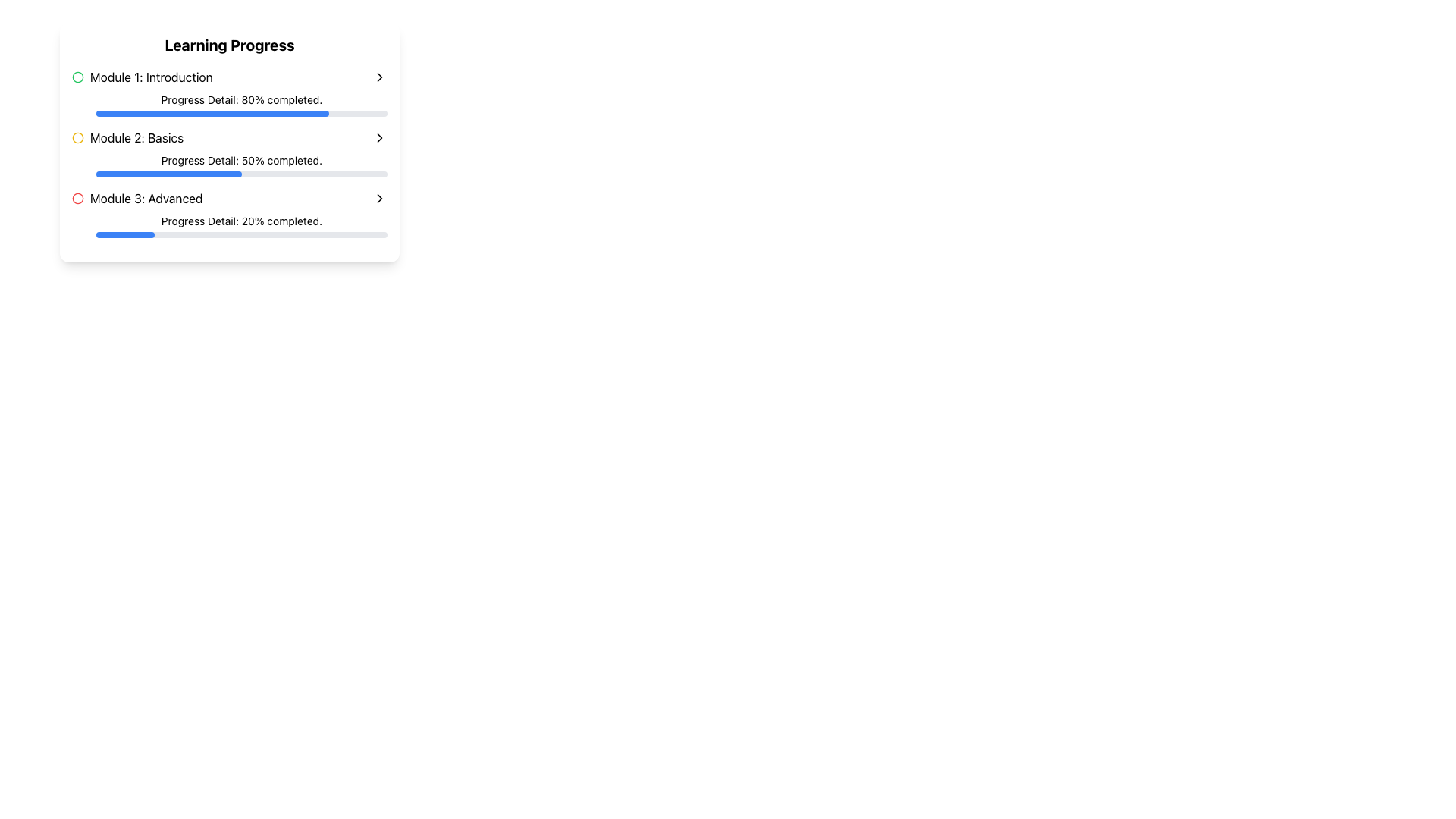 The image size is (1456, 819). Describe the element at coordinates (228, 152) in the screenshot. I see `the Progress tracker for 'Module 2: Basics'` at that location.